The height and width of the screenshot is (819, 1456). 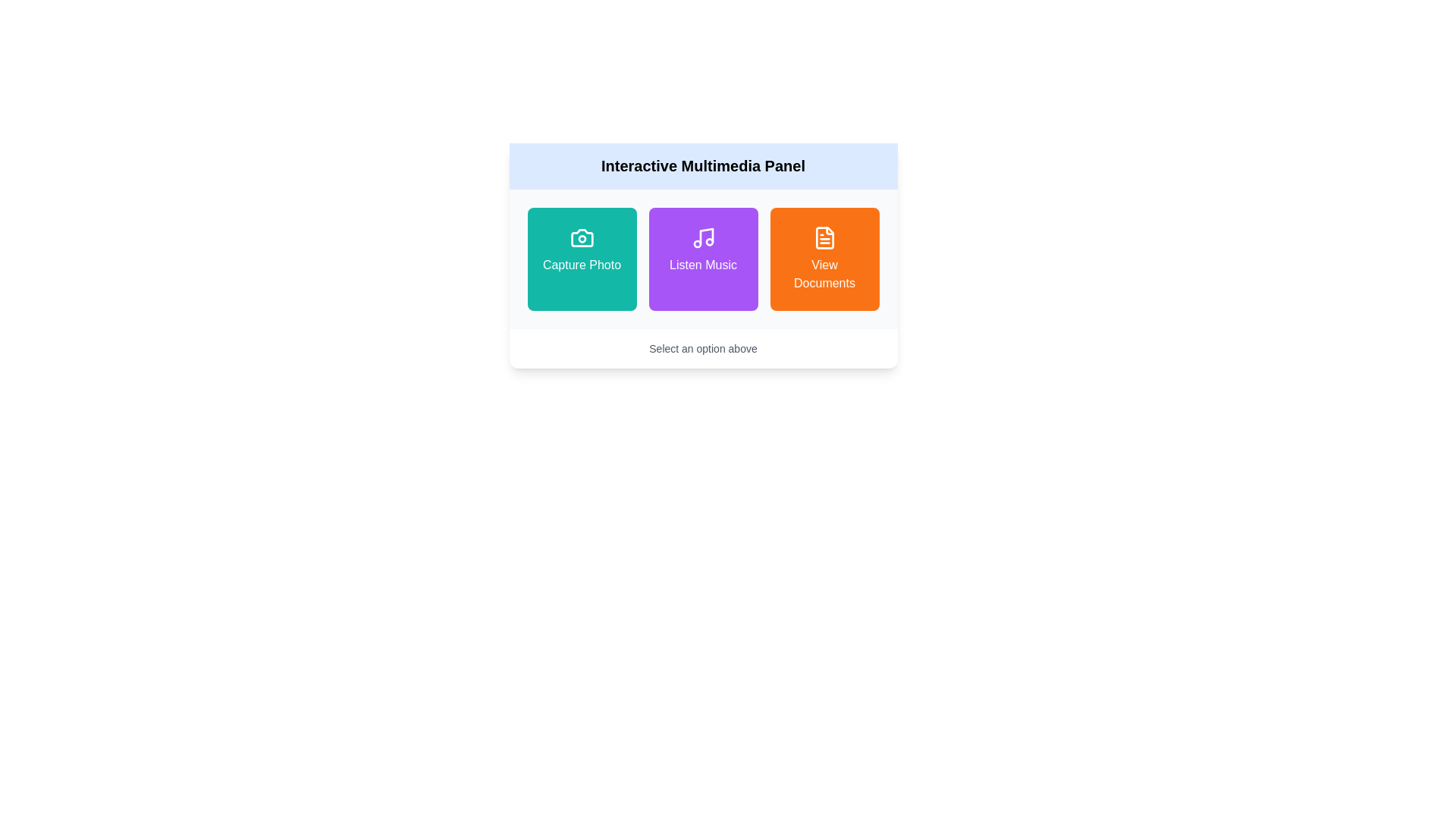 What do you see at coordinates (581, 265) in the screenshot?
I see `text content of the 'Capture Photo' label, which is centered at the bottom of a teal button with rounded corners, positioned to the left within a group of three buttons` at bounding box center [581, 265].